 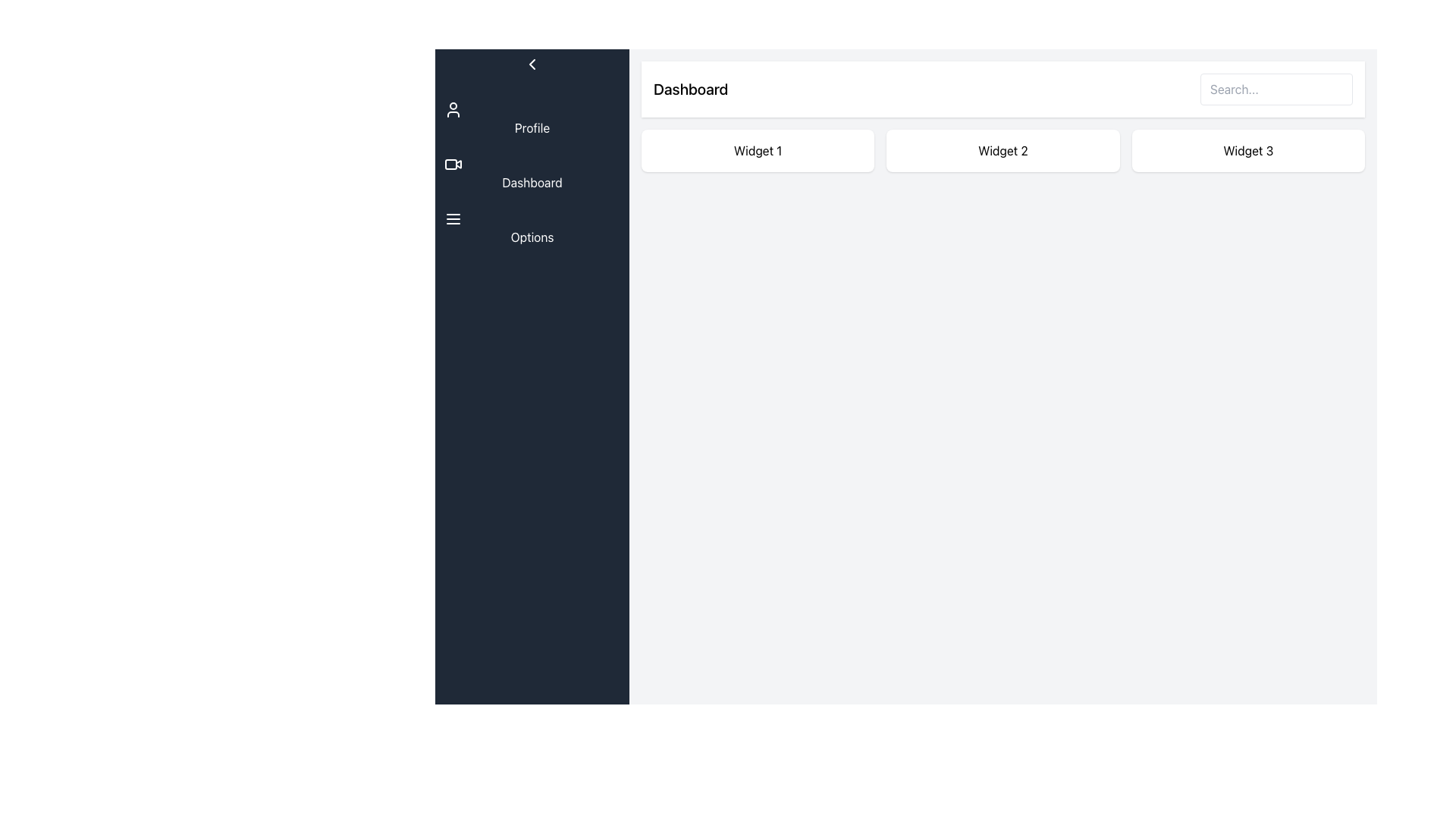 What do you see at coordinates (690, 89) in the screenshot?
I see `the 'Dashboard' text label located in the upper-left section of the central content area, which serves as the title for the current page` at bounding box center [690, 89].